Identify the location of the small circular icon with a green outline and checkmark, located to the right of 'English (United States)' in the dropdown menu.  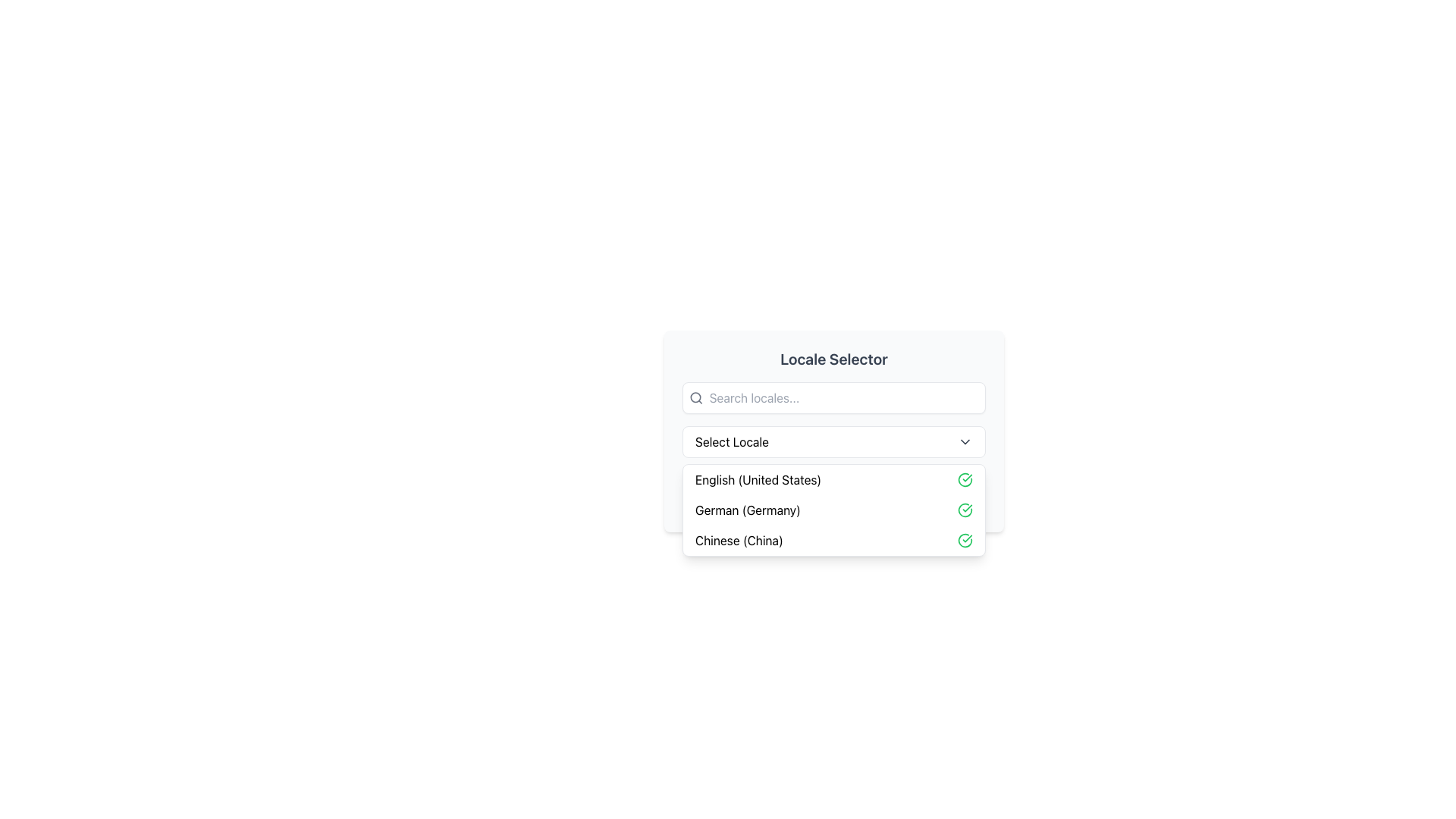
(964, 479).